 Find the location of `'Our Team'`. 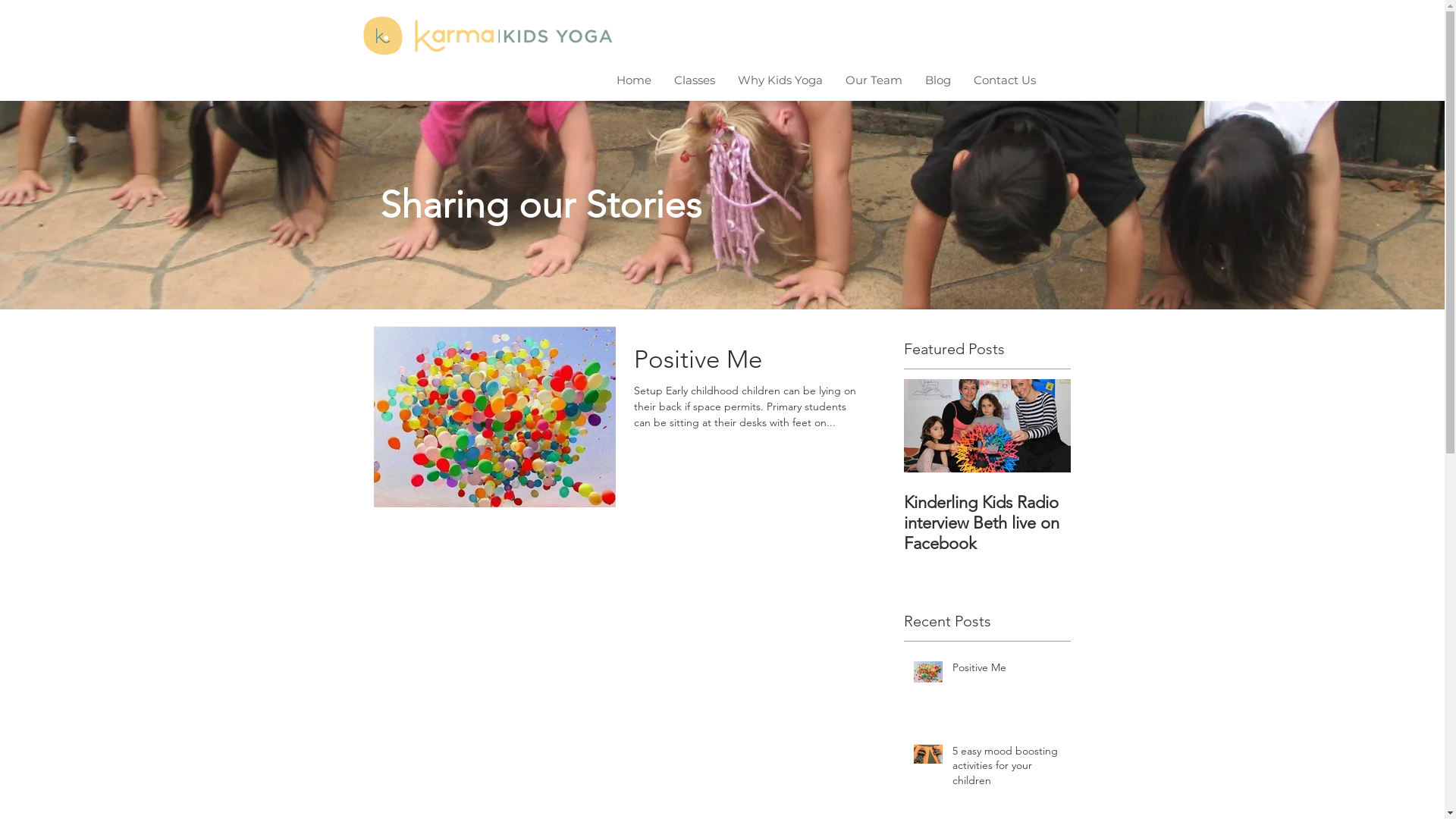

'Our Team' is located at coordinates (874, 80).